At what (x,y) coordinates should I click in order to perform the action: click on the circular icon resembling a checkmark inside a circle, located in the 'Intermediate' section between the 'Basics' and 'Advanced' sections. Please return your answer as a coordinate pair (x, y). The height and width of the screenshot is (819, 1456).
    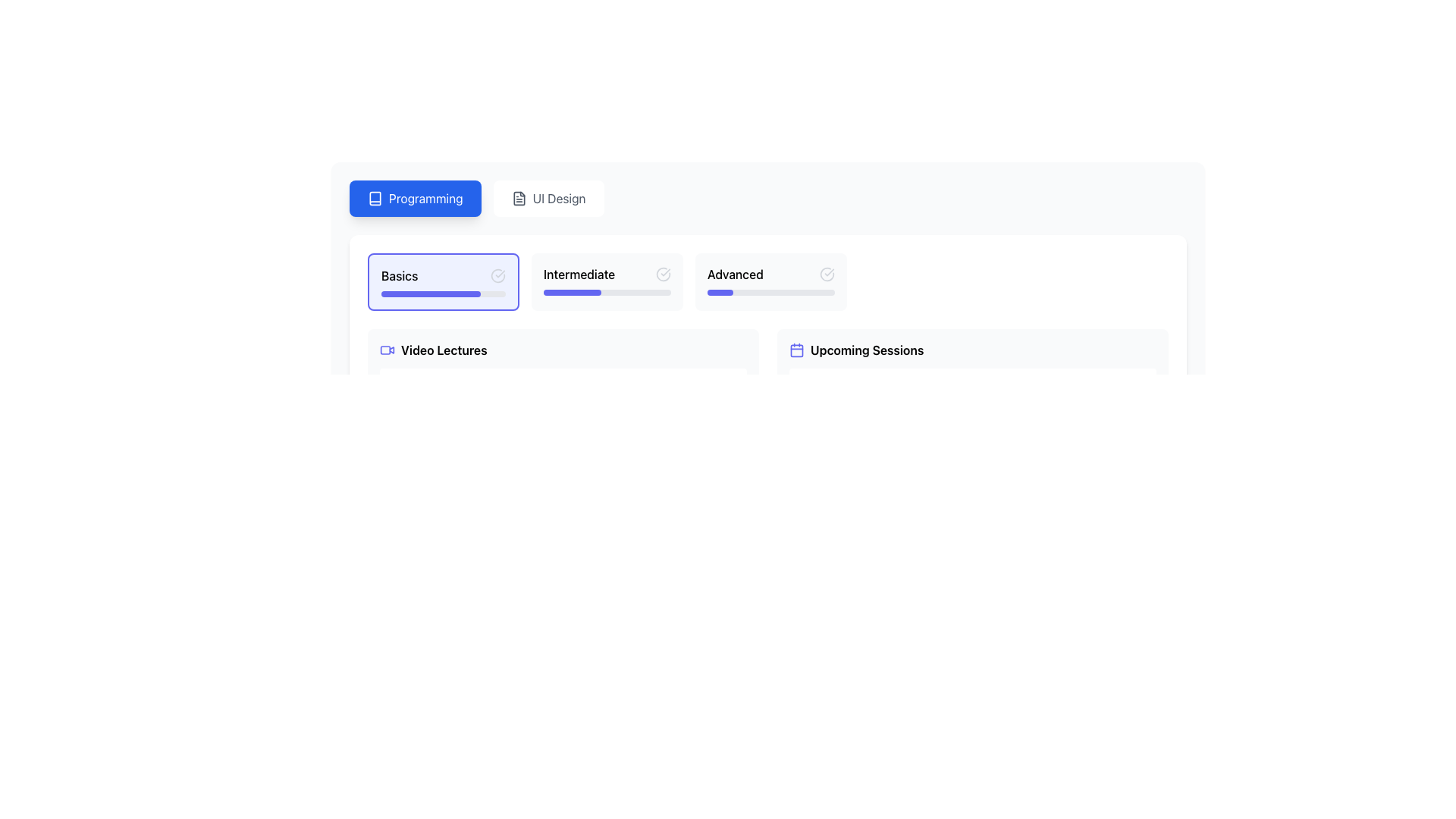
    Looking at the image, I should click on (663, 275).